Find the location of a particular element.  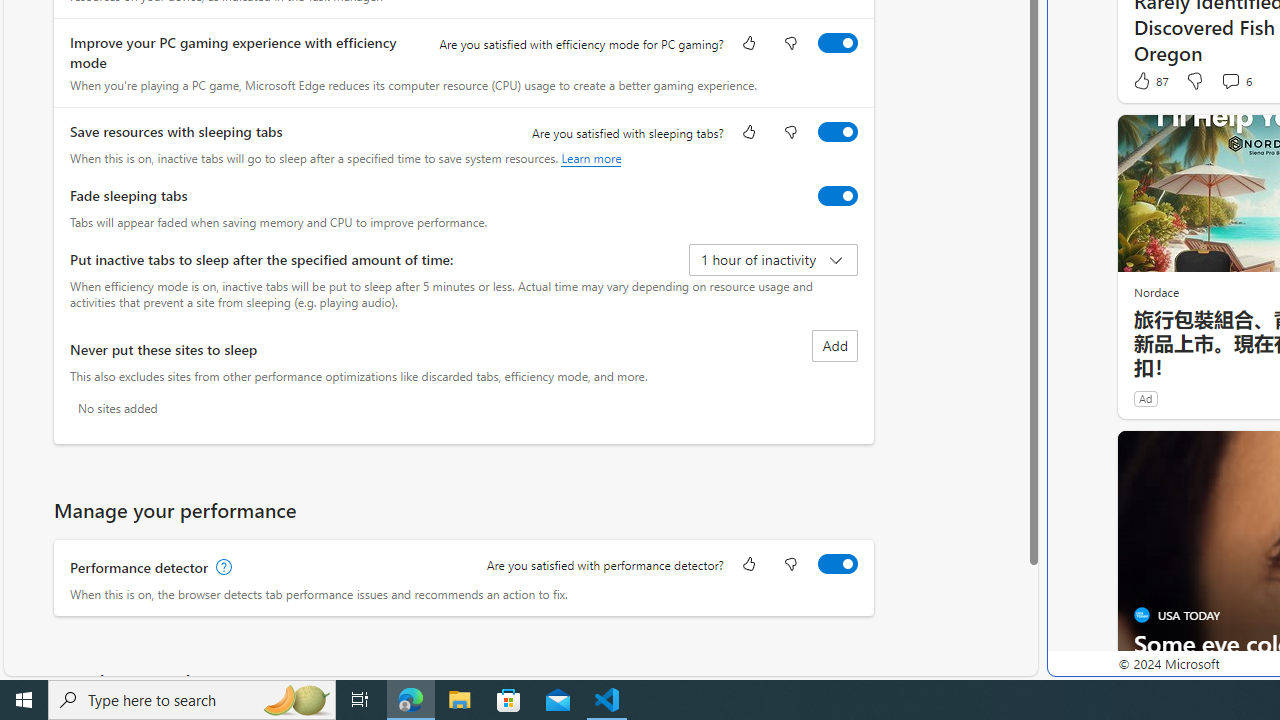

'Fade sleeping tabs' is located at coordinates (837, 195).